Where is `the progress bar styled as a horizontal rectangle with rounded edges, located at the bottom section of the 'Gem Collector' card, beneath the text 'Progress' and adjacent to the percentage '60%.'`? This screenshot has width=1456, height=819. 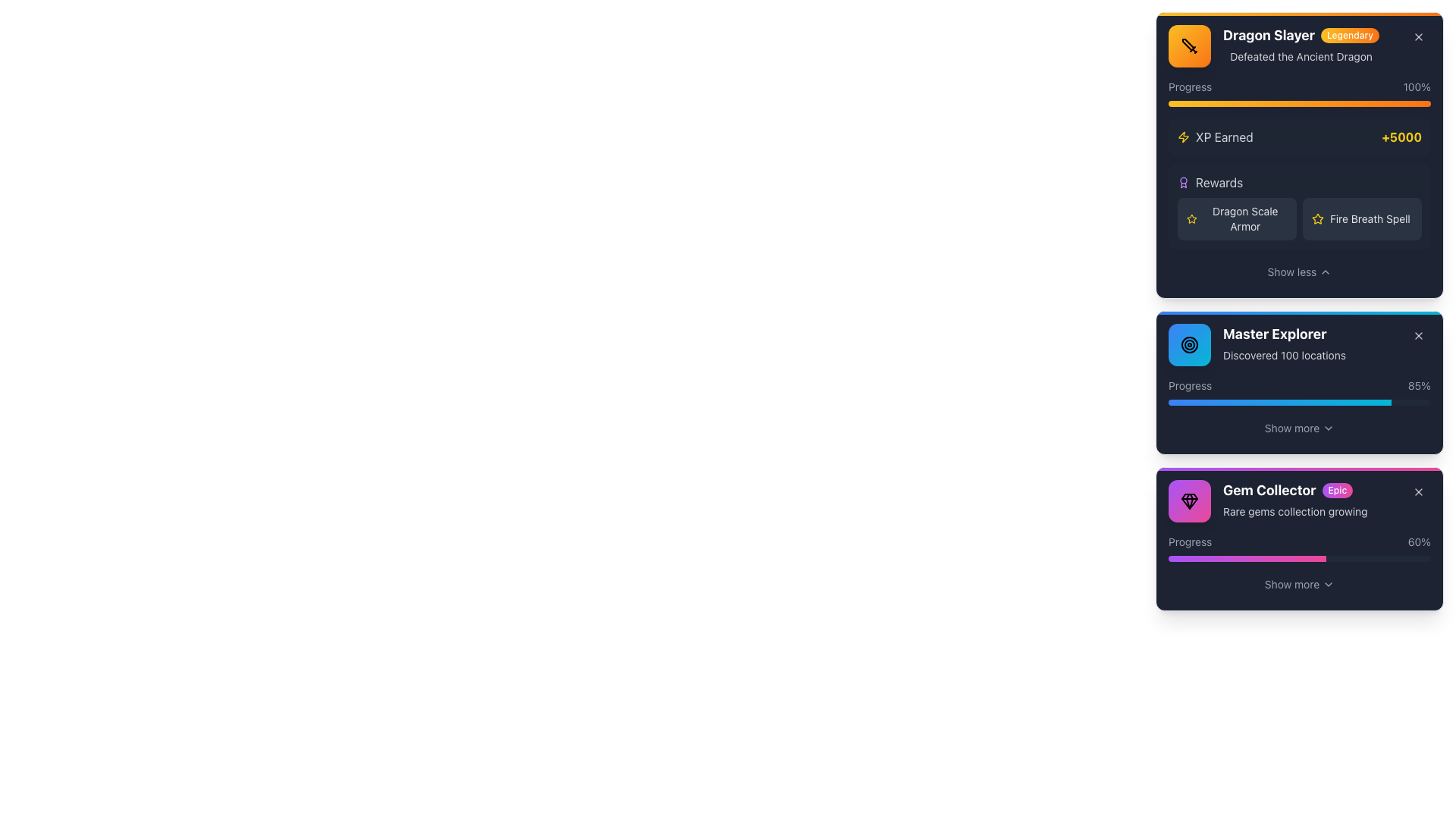 the progress bar styled as a horizontal rectangle with rounded edges, located at the bottom section of the 'Gem Collector' card, beneath the text 'Progress' and adjacent to the percentage '60%.' is located at coordinates (1298, 558).